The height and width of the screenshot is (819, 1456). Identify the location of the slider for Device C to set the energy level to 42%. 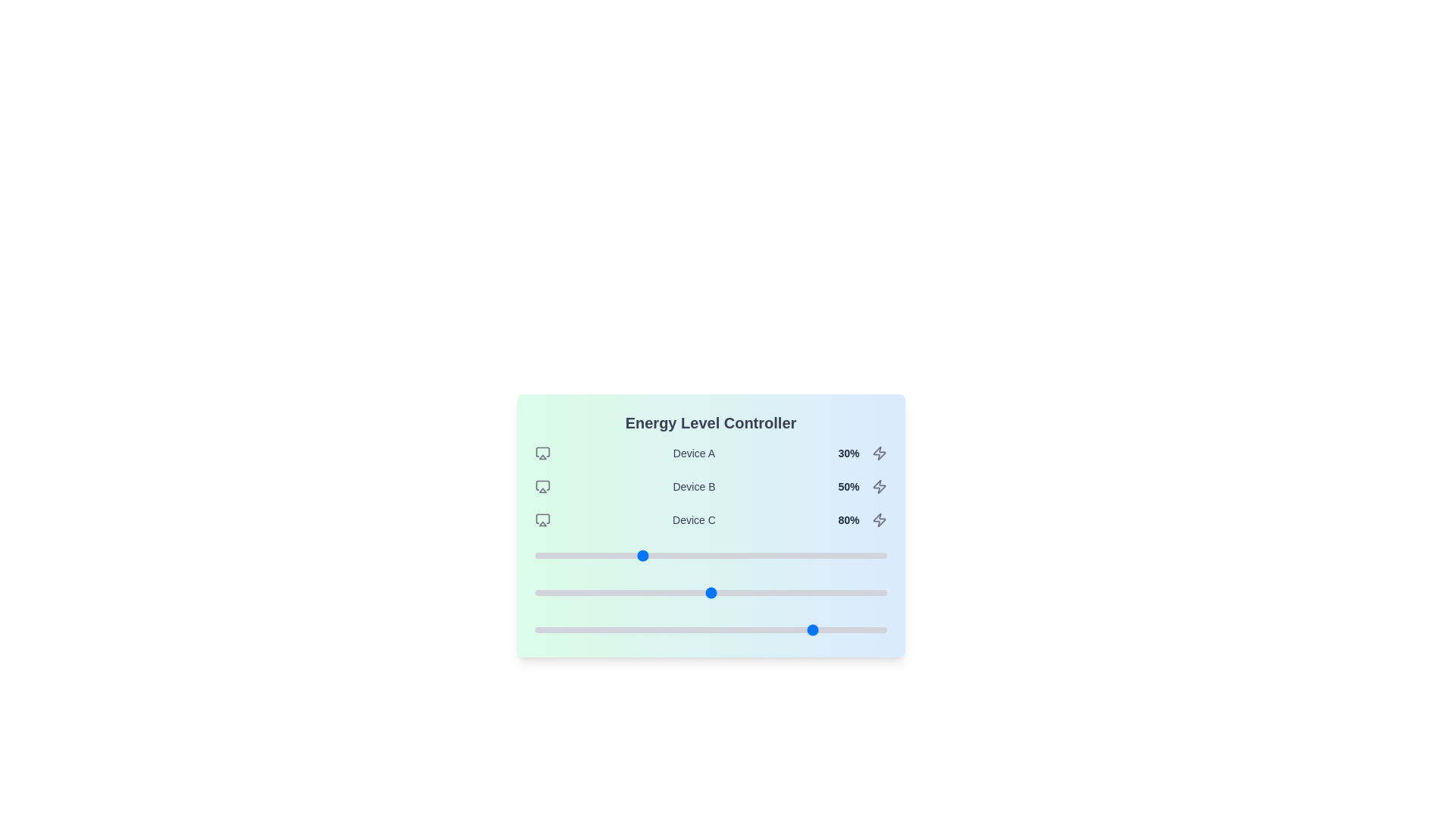
(682, 629).